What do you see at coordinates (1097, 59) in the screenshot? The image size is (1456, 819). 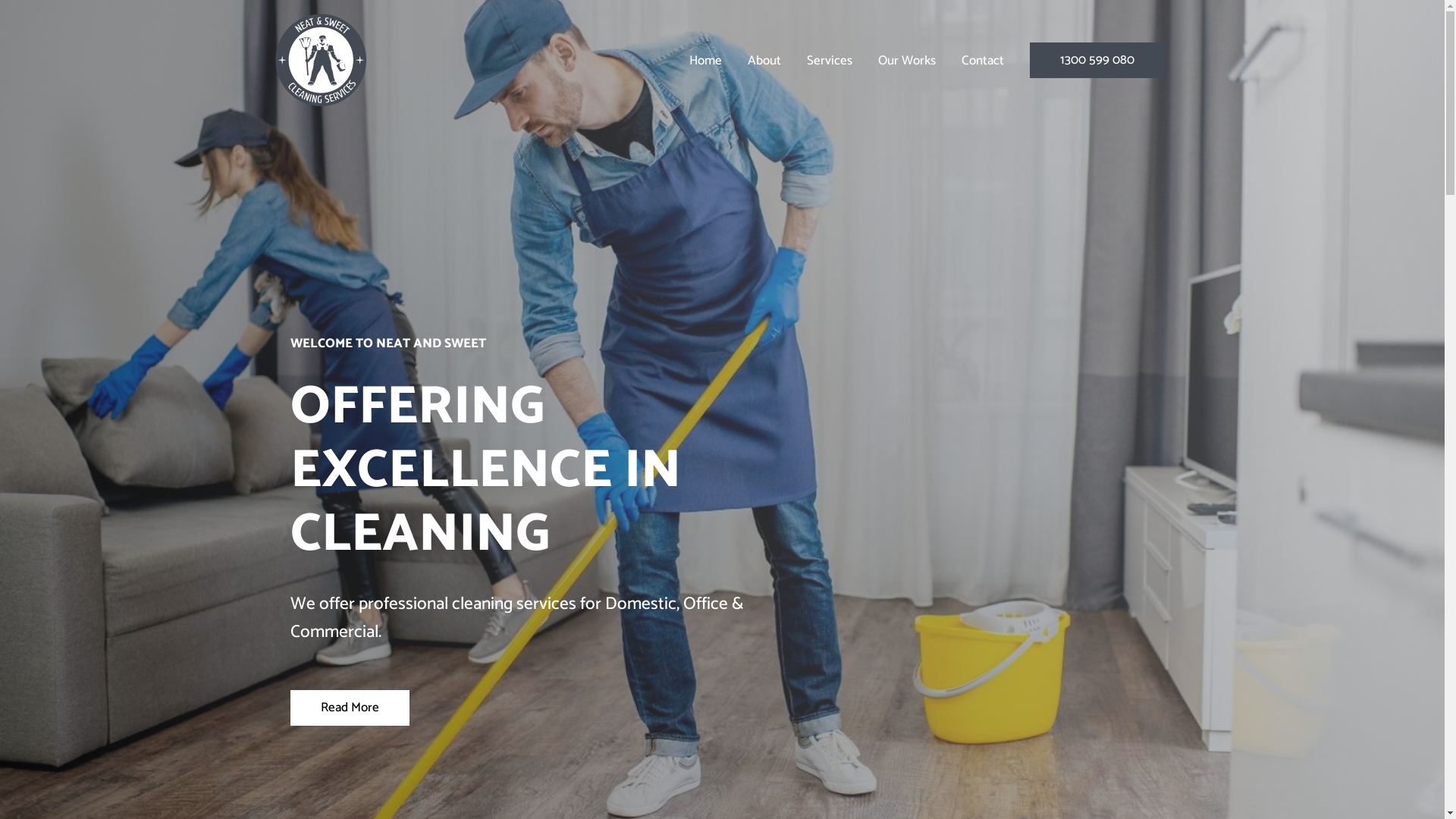 I see `'1300 599 080'` at bounding box center [1097, 59].